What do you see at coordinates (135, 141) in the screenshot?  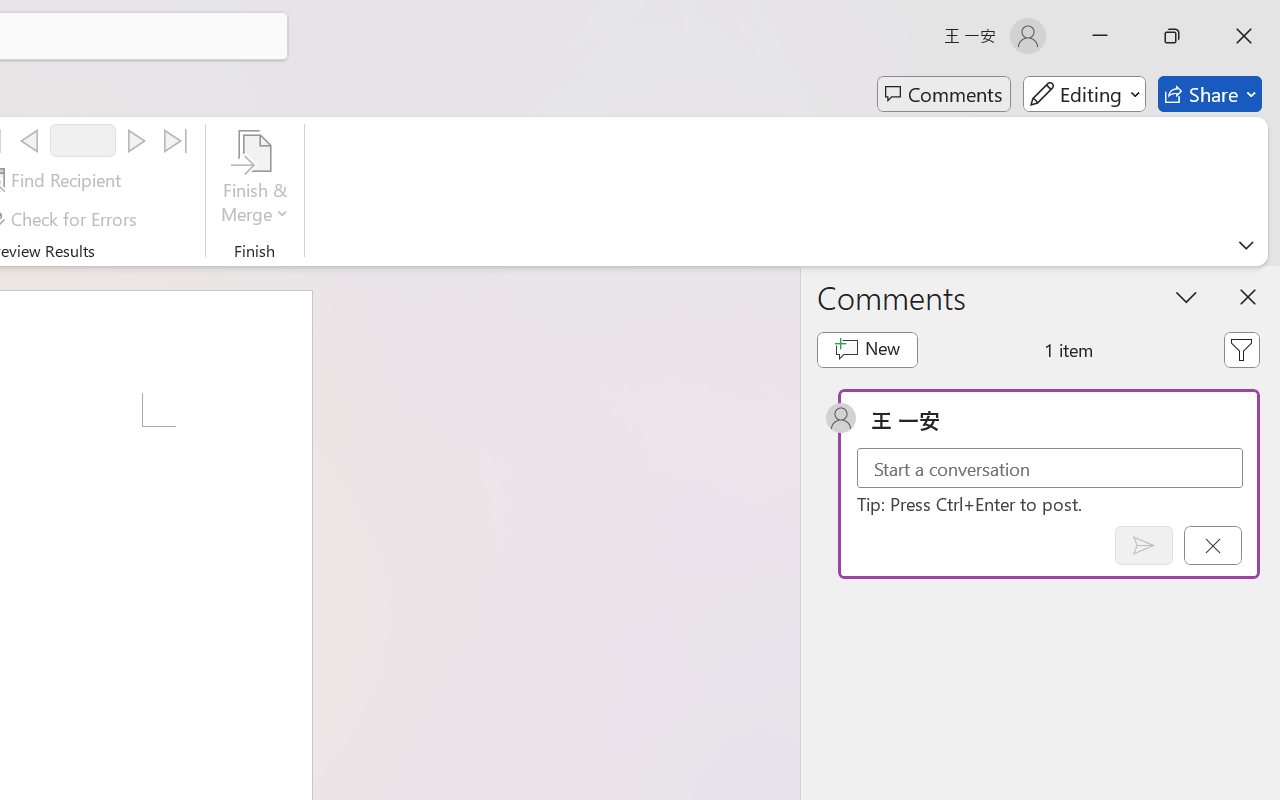 I see `'Next'` at bounding box center [135, 141].